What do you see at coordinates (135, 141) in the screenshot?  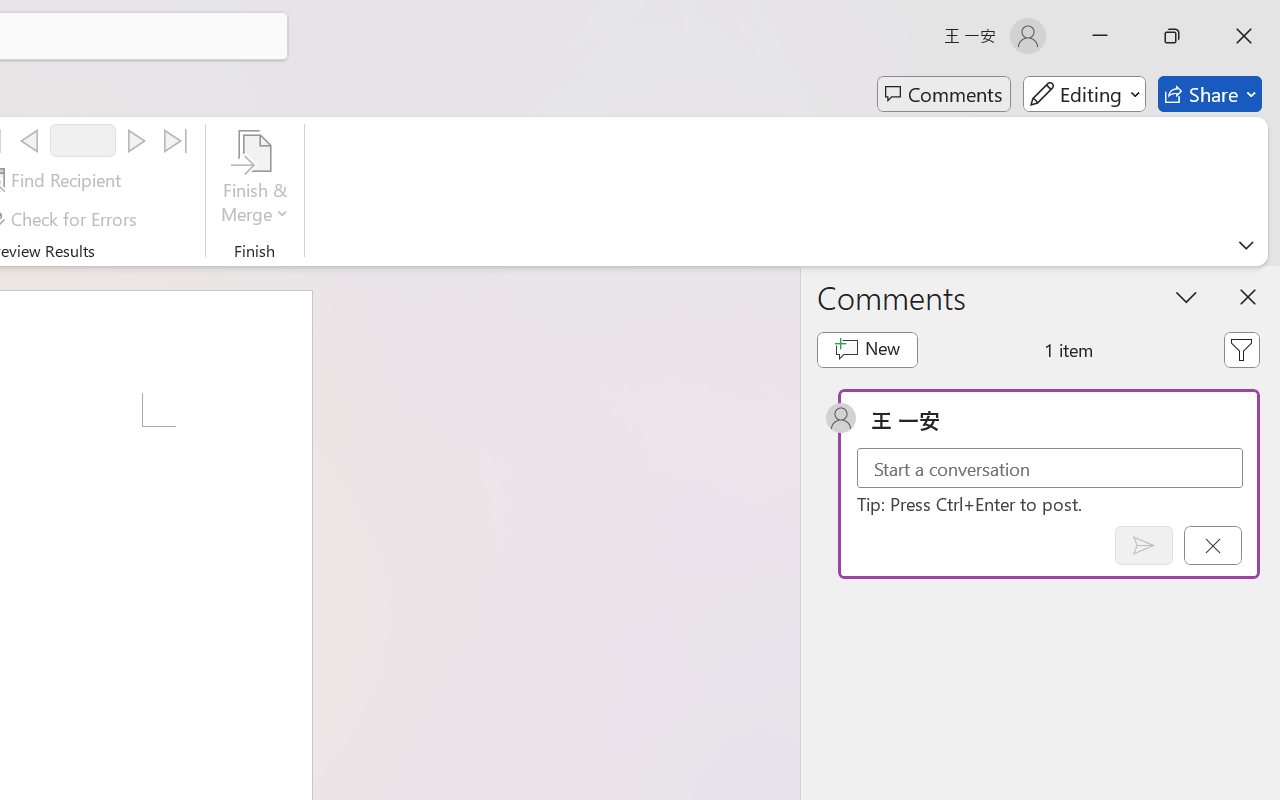 I see `'Next'` at bounding box center [135, 141].